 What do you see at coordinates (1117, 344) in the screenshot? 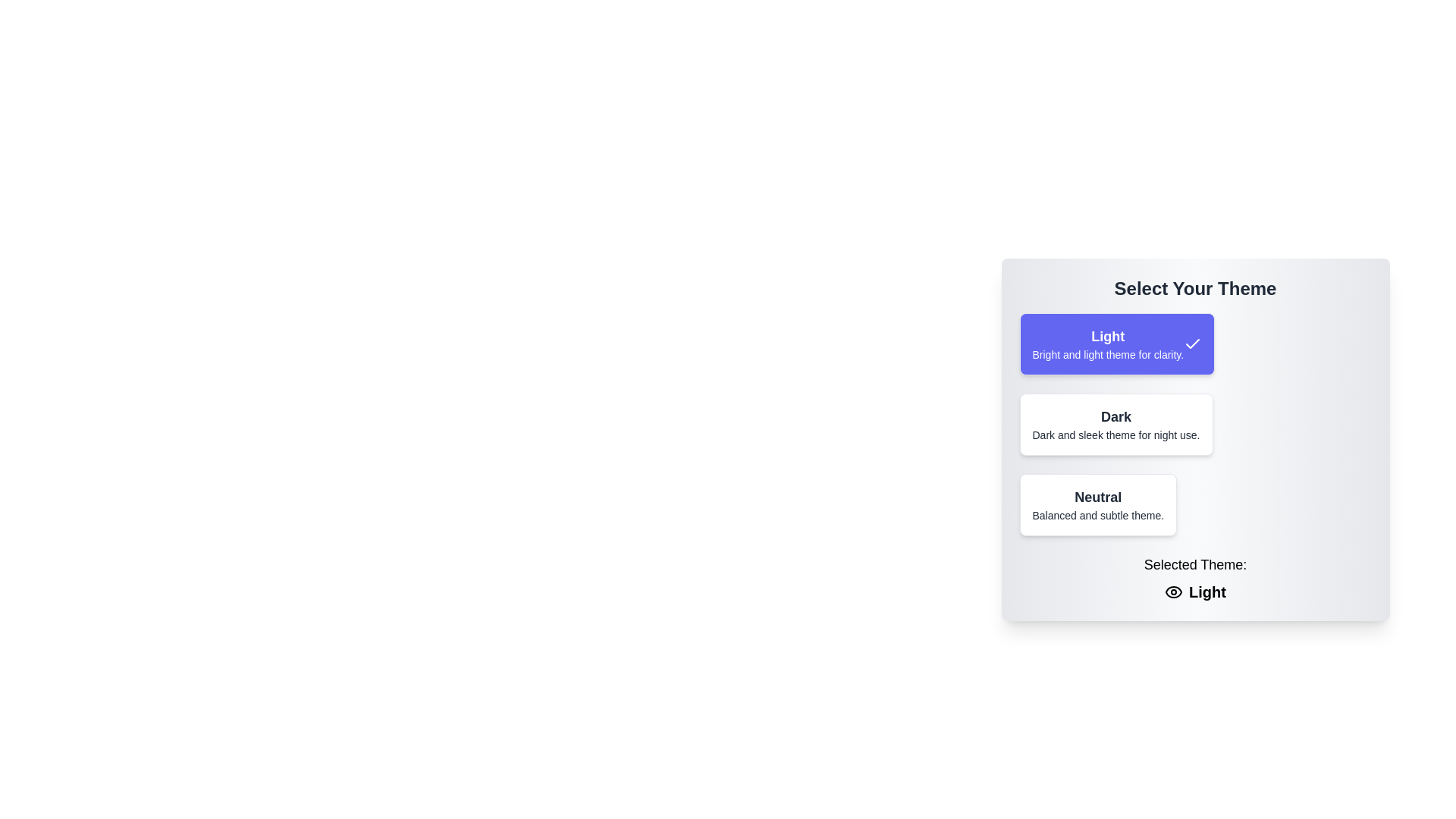
I see `the 'Light' theme button, which is a rectangular button with rounded corners, purple background, and displays 'Light' in bold text, located at the center of the interface above the 'Dark' and 'Neutral' theme buttons` at bounding box center [1117, 344].